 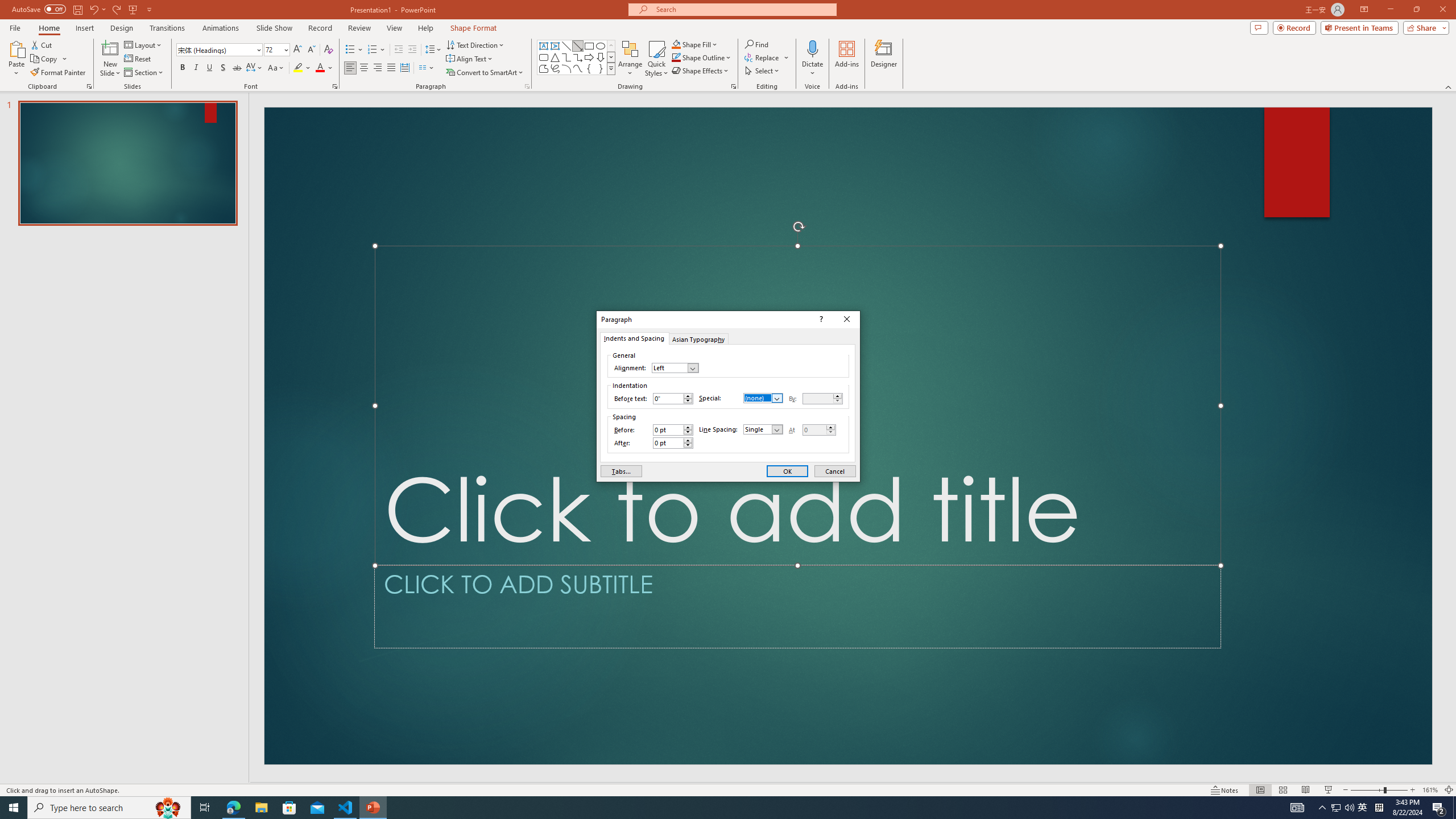 What do you see at coordinates (565, 68) in the screenshot?
I see `'Arc'` at bounding box center [565, 68].